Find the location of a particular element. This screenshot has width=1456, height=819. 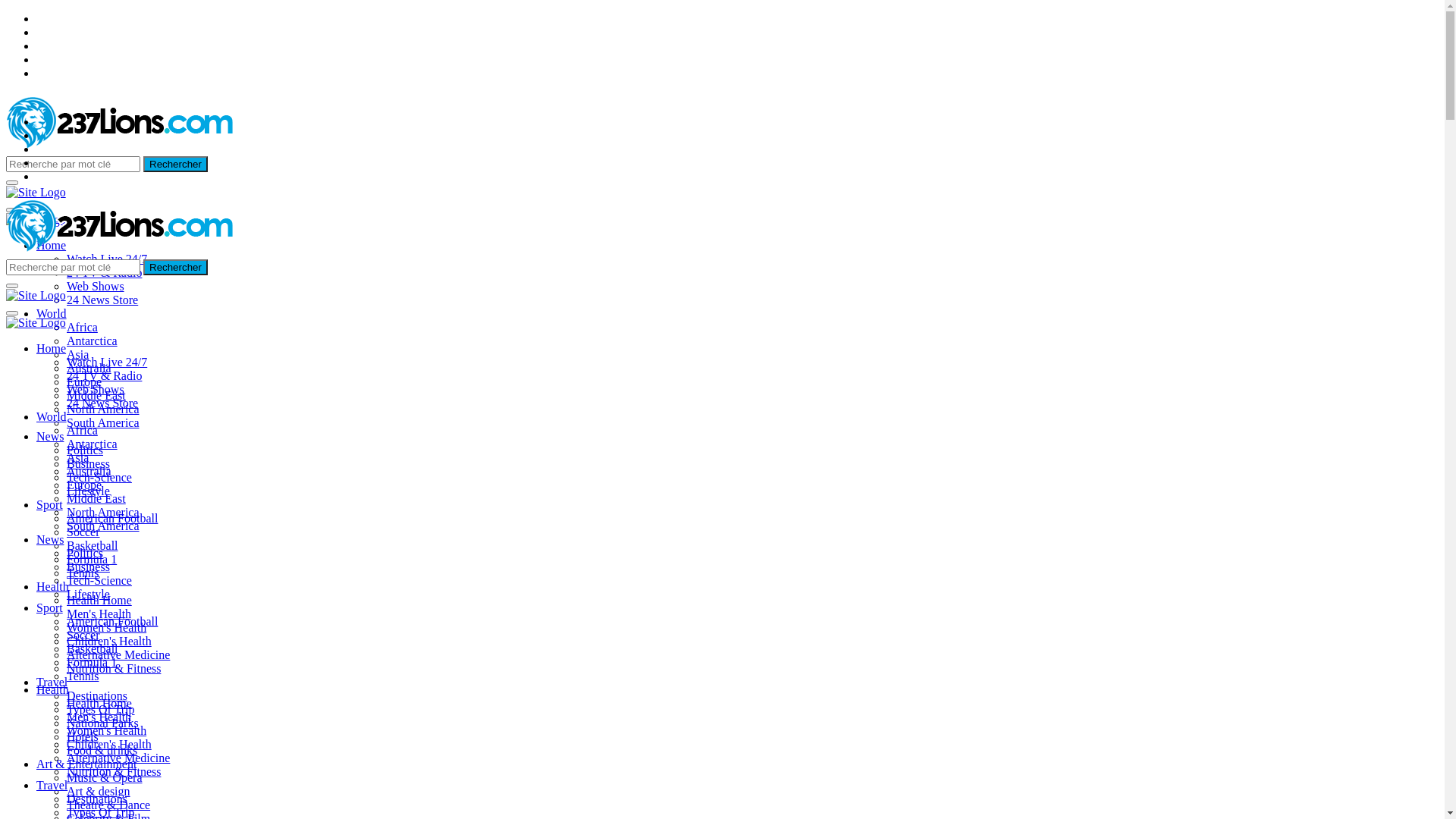

'Asia' is located at coordinates (77, 457).